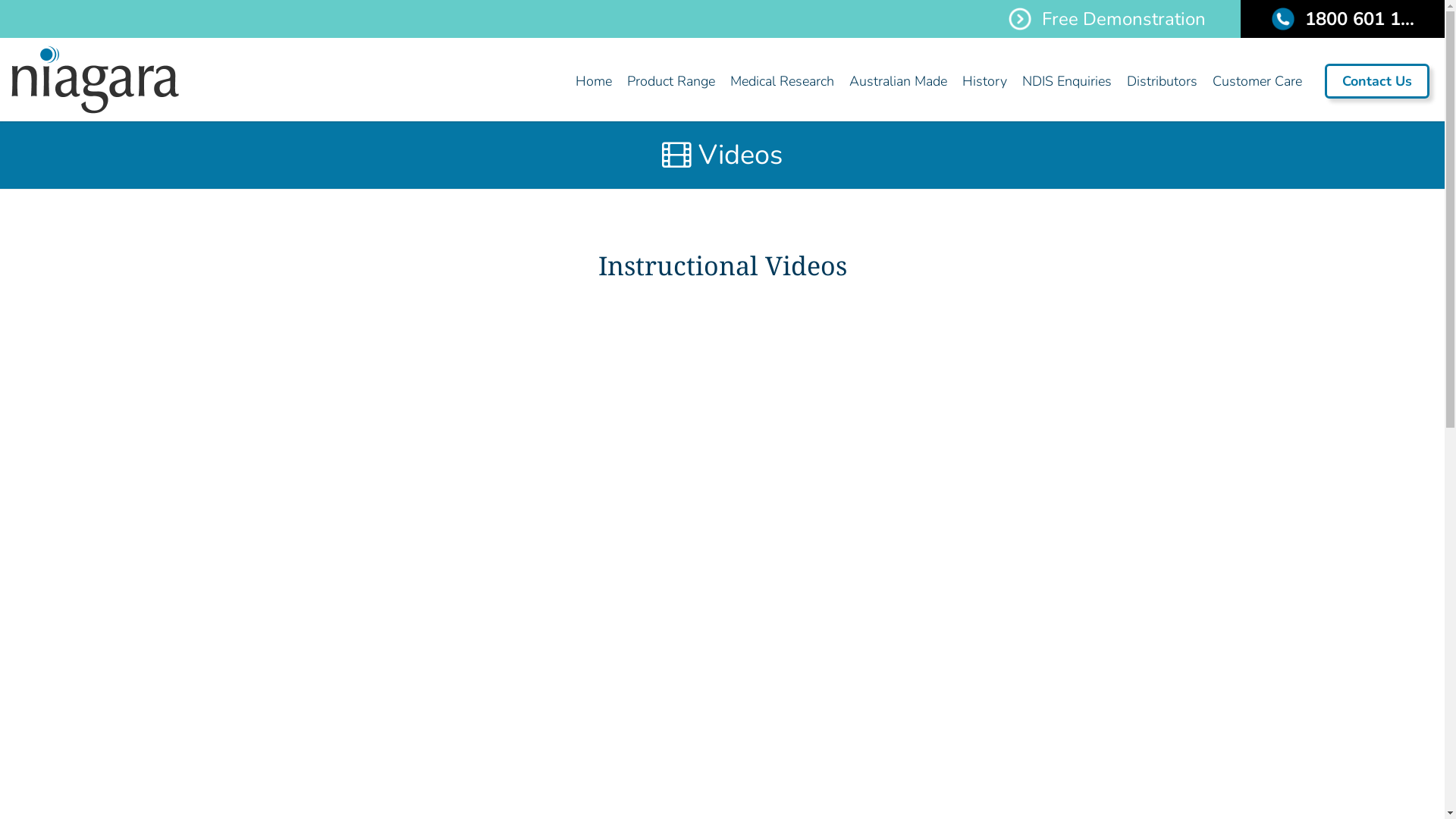 This screenshot has width=1456, height=819. What do you see at coordinates (984, 81) in the screenshot?
I see `'History'` at bounding box center [984, 81].